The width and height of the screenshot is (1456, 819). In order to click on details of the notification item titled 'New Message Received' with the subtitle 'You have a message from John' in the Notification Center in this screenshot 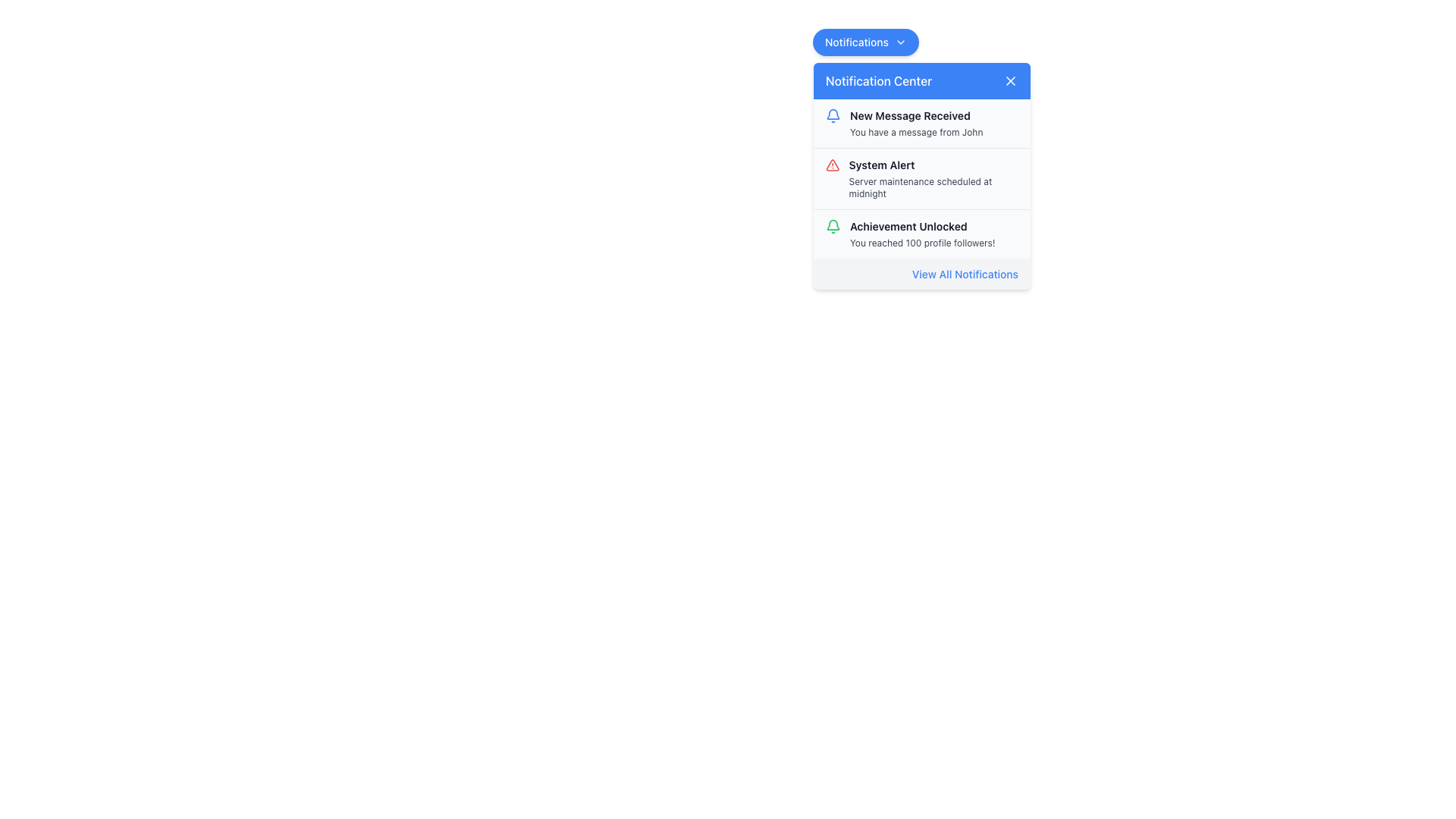, I will do `click(921, 122)`.